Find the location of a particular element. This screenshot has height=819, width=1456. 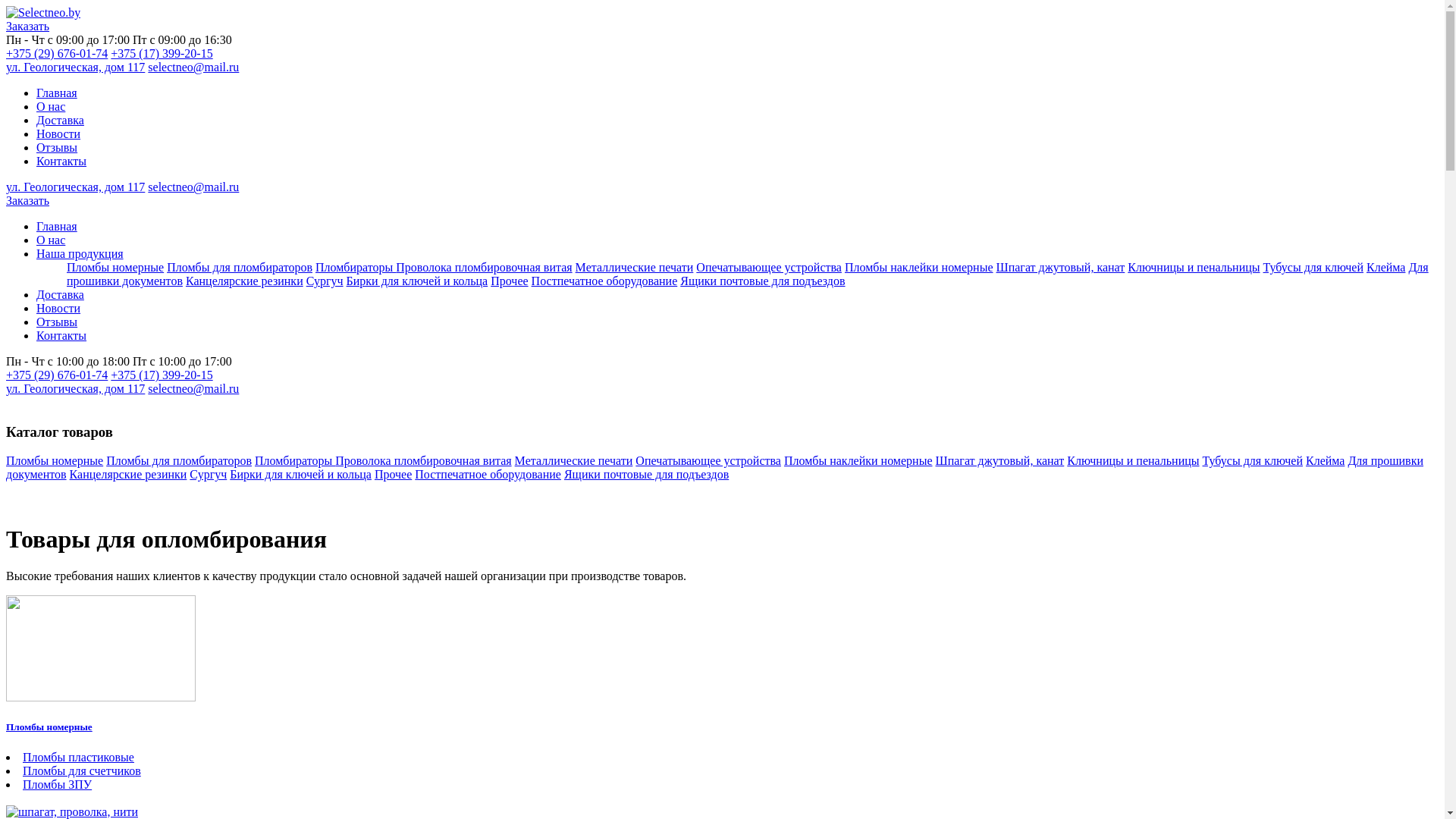

'selectneo@mail.ru' is located at coordinates (192, 66).